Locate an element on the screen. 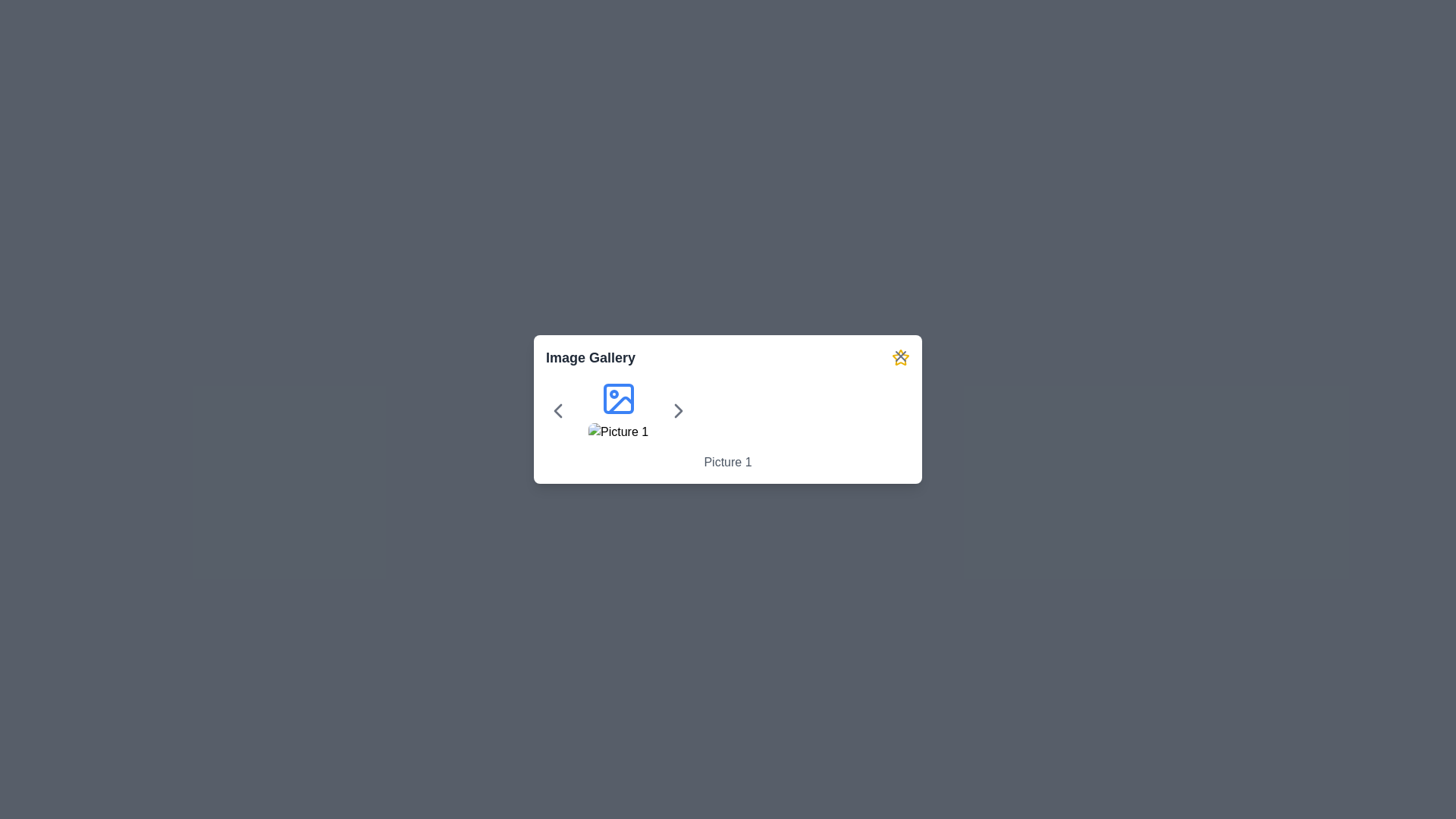 Image resolution: width=1456 pixels, height=819 pixels. the image placeholder located in the 'Image Gallery' box, positioned beneath the blue icon labeled 'Picture 1' is located at coordinates (618, 432).